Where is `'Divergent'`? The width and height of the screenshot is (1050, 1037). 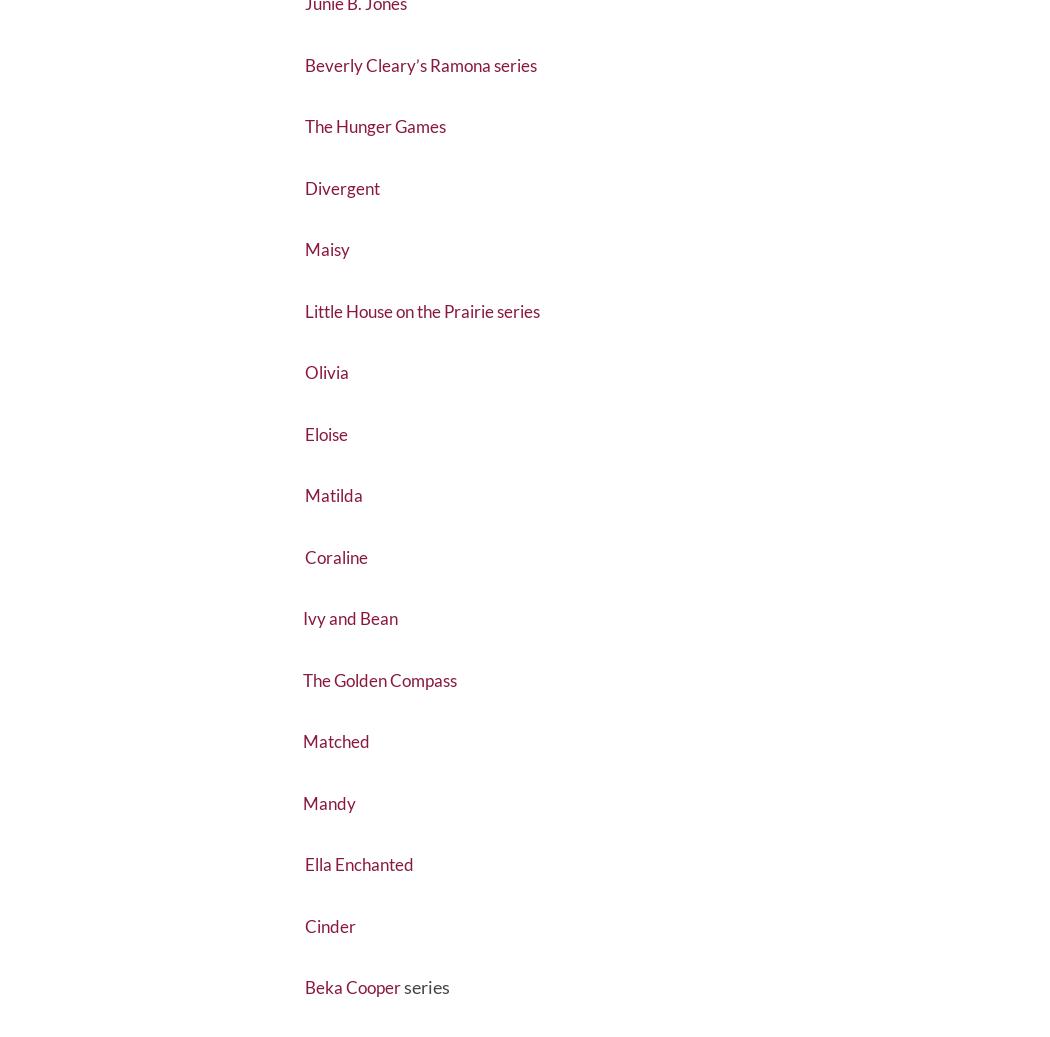
'Divergent' is located at coordinates (344, 238).